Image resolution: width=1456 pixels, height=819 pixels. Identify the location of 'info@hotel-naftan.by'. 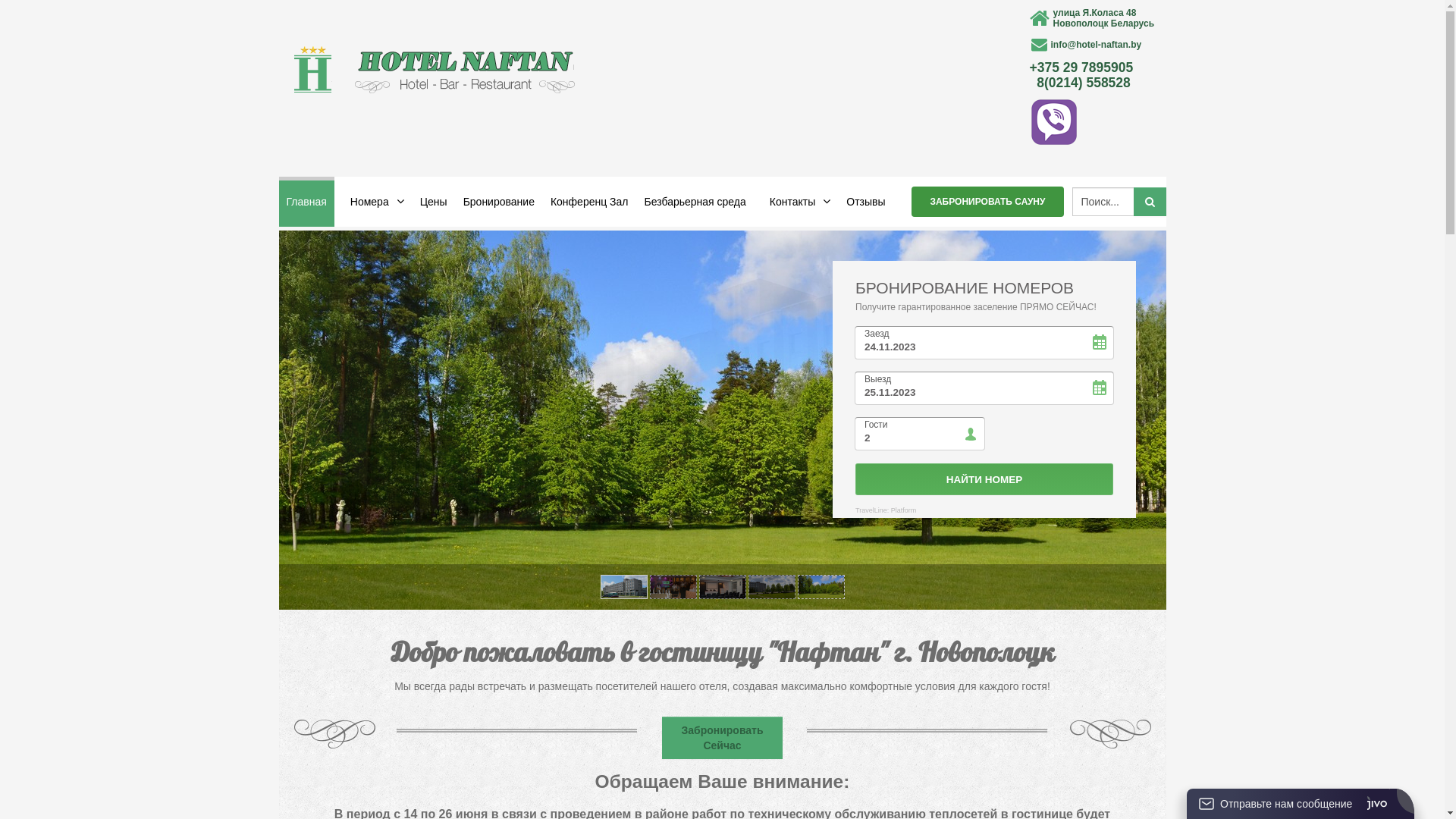
(1096, 43).